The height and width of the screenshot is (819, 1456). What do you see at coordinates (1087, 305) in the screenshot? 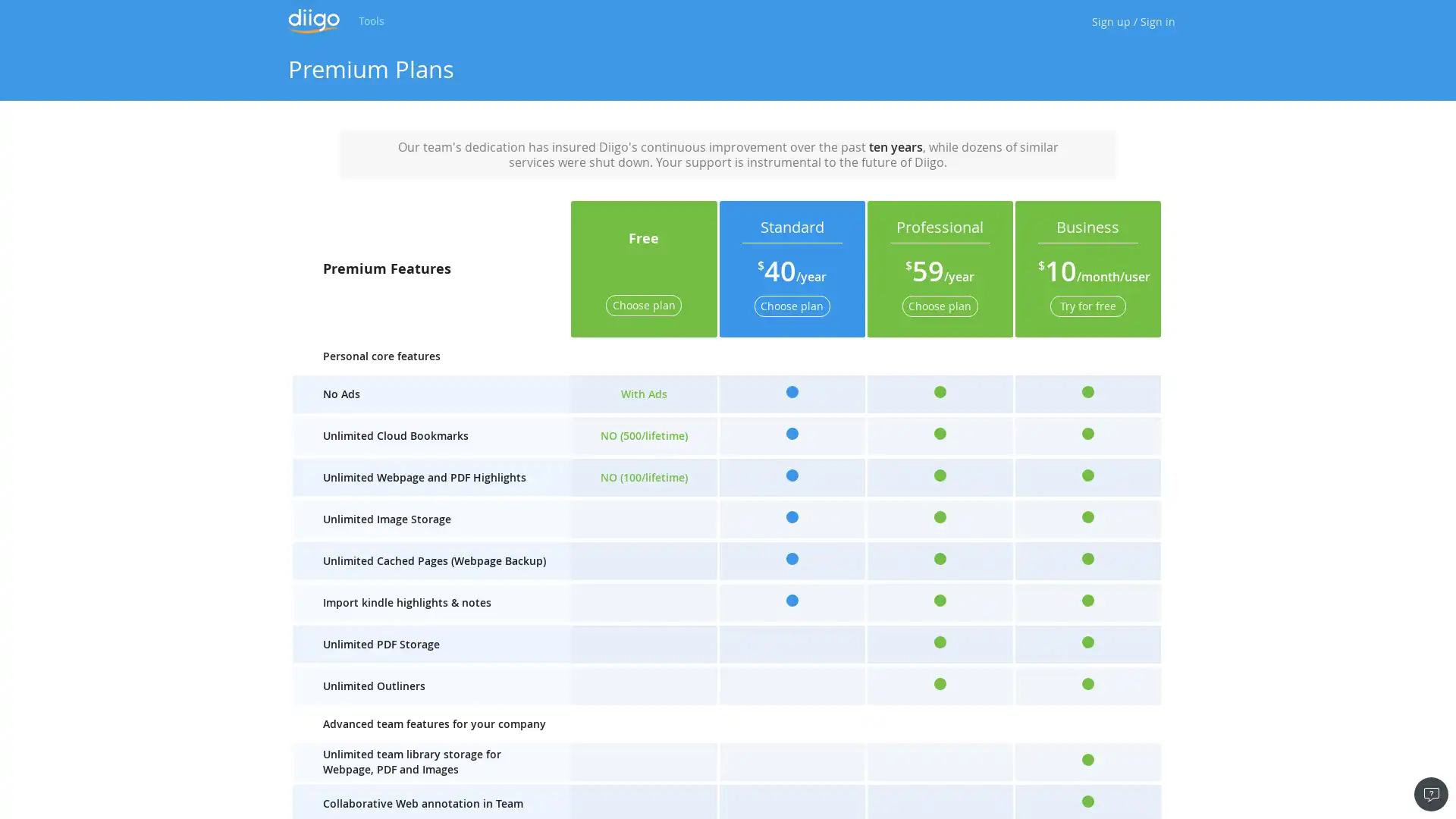
I see `Try for free` at bounding box center [1087, 305].